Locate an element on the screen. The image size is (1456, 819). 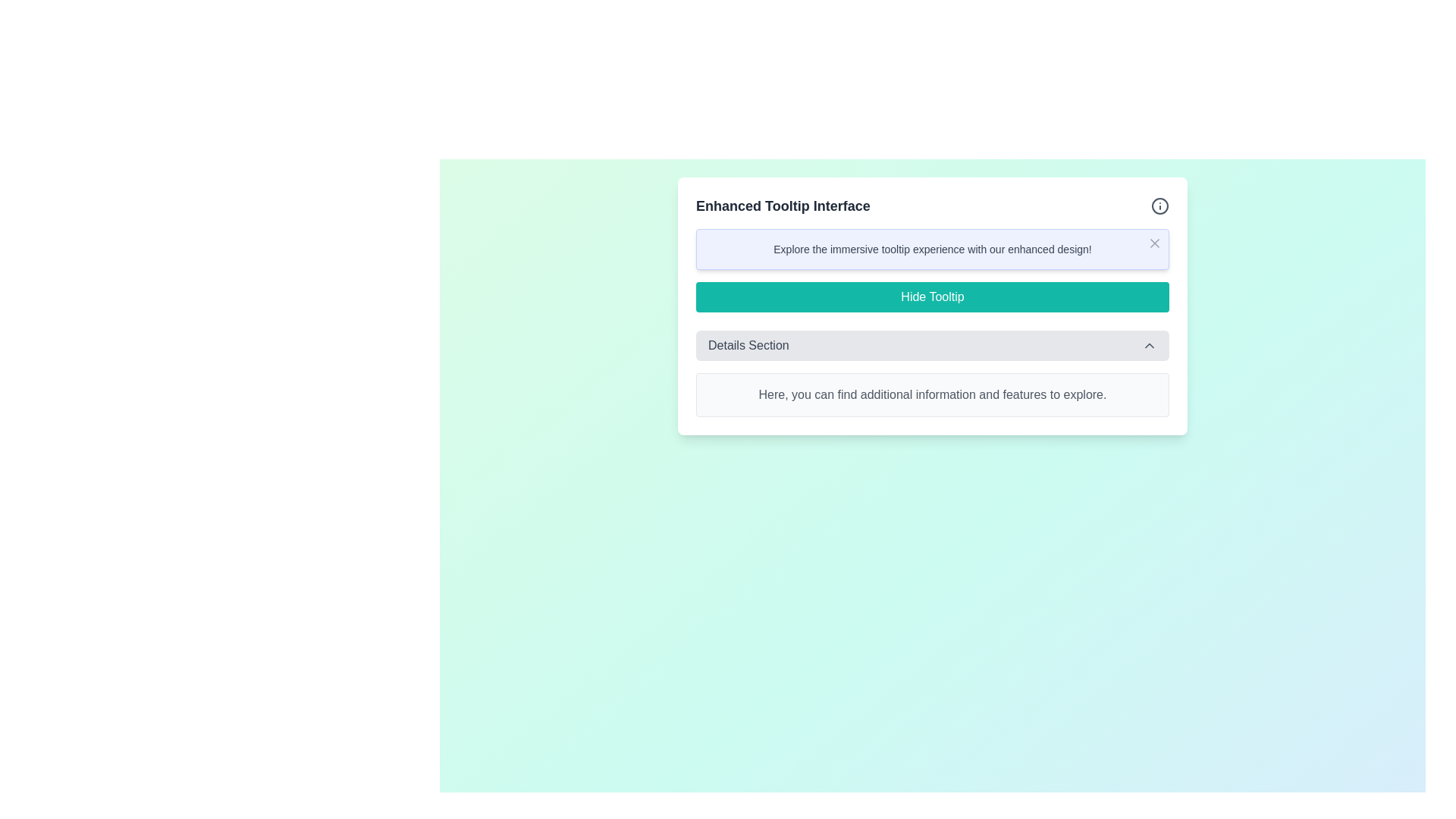
the button that closes or hides the tooltip interface in the modal box, located below the information box and above the details section is located at coordinates (931, 306).